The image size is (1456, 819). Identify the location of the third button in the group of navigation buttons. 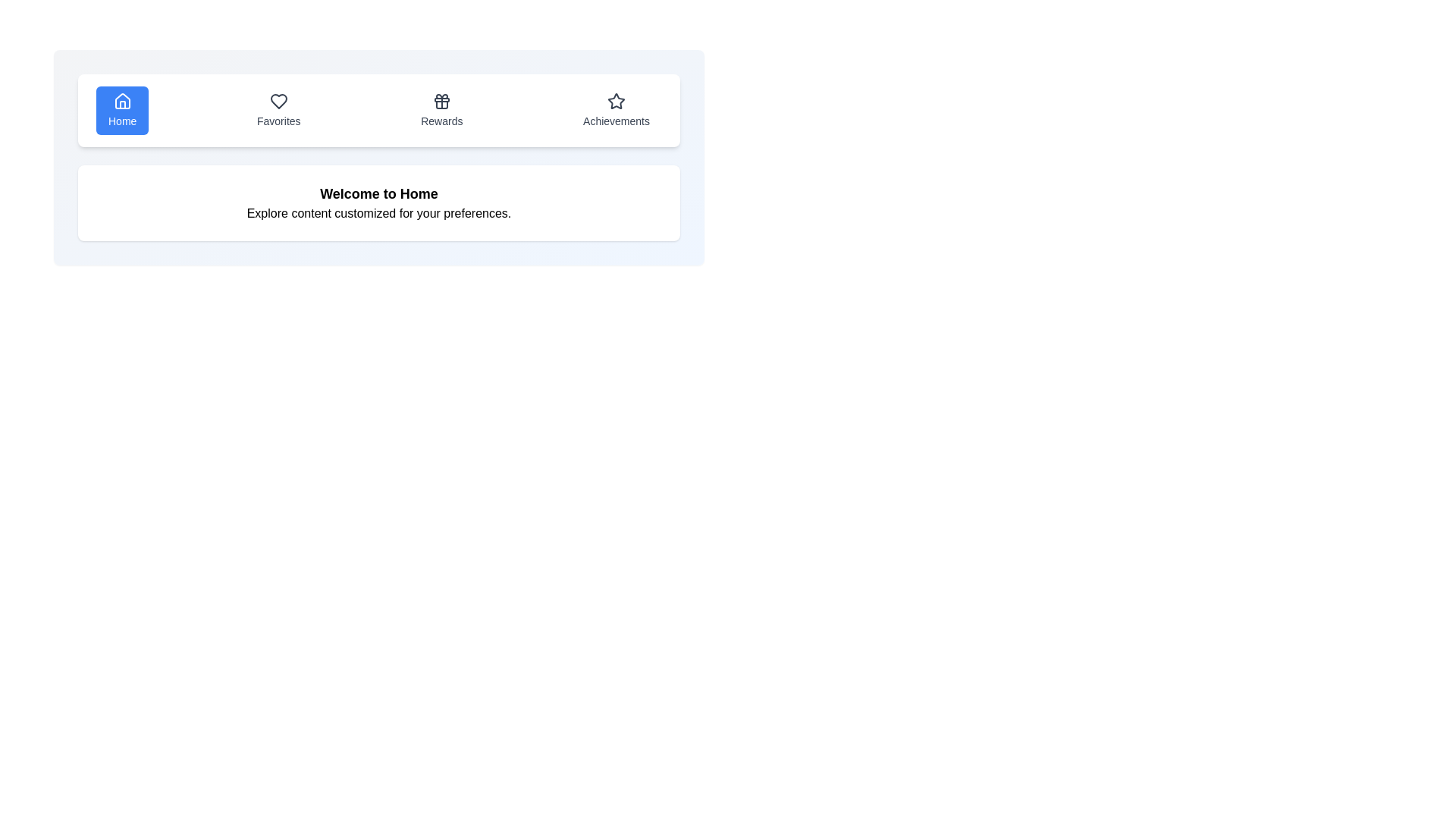
(441, 110).